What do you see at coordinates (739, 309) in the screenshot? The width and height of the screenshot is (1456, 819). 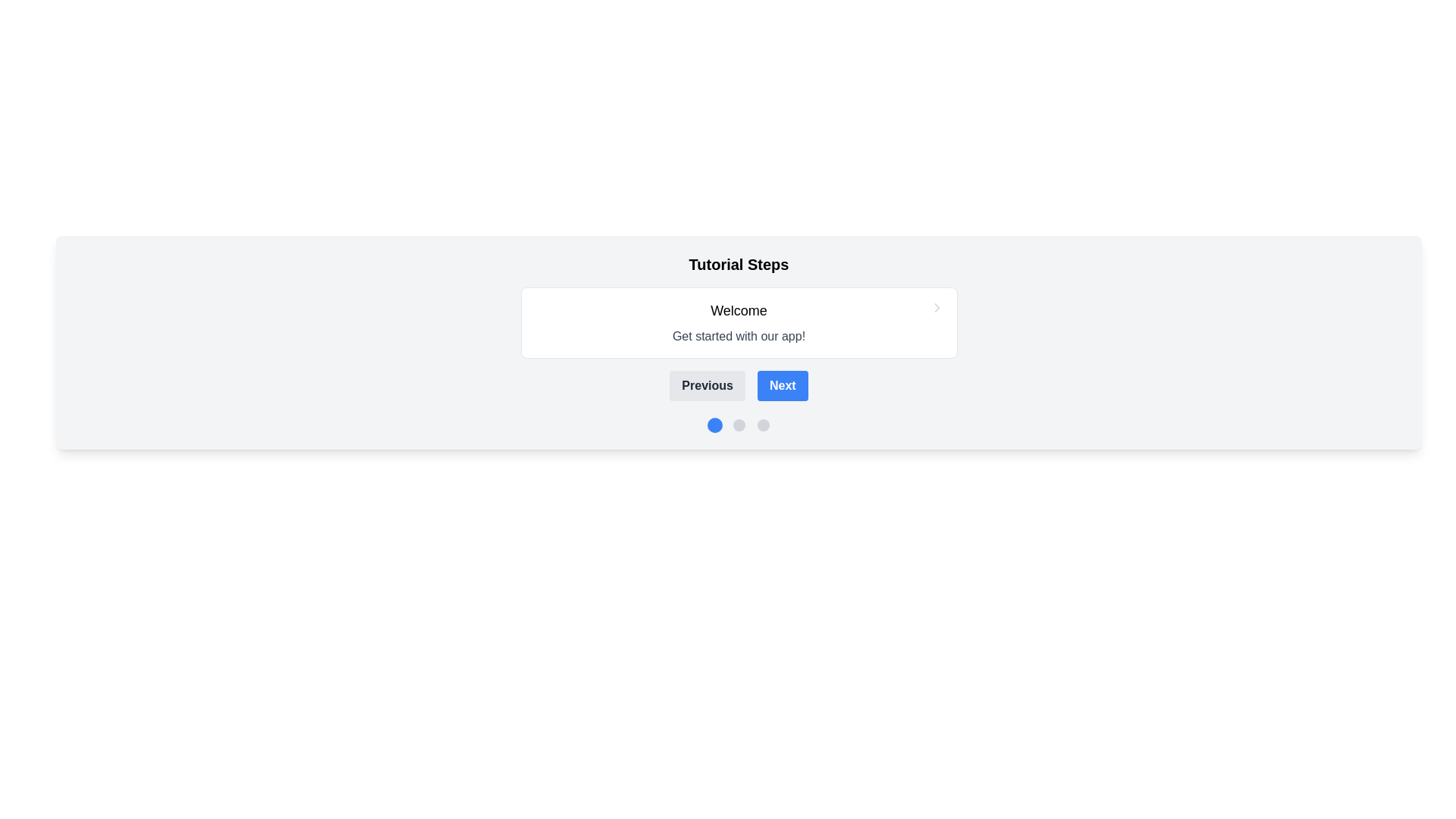 I see `the 'Welcome' text label, which is the first line of a two-line text grouping in a white, rounded rectangle card` at bounding box center [739, 309].